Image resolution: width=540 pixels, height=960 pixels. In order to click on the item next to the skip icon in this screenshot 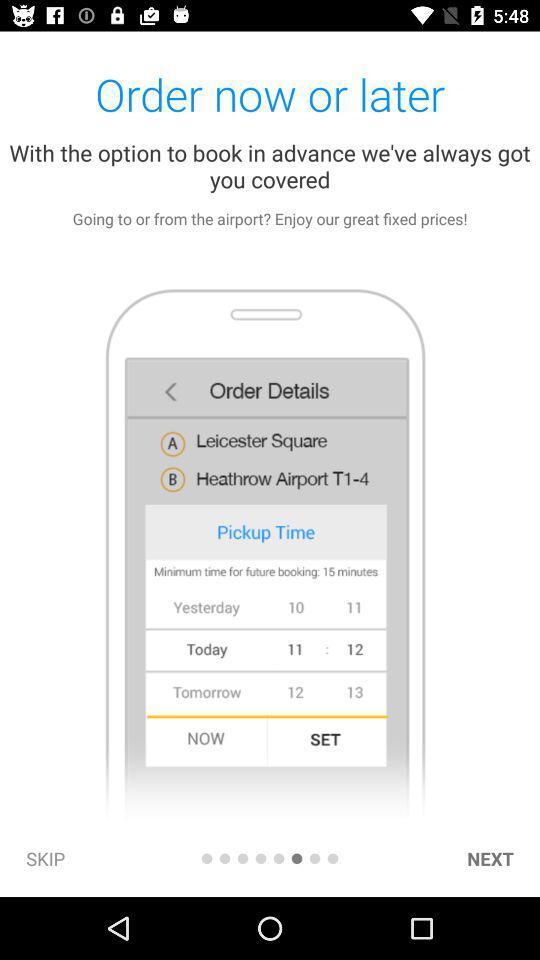, I will do `click(205, 857)`.